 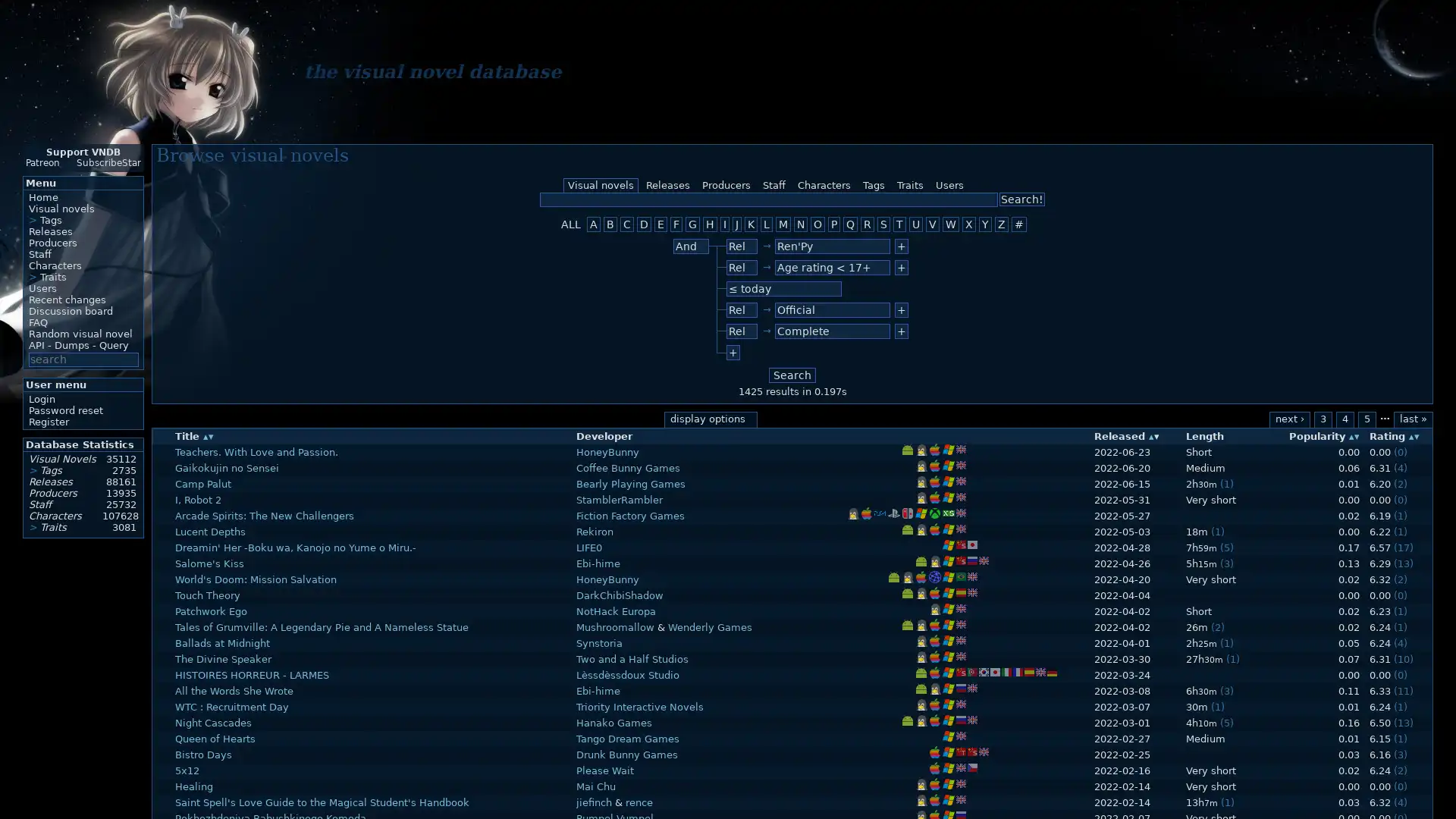 What do you see at coordinates (792, 375) in the screenshot?
I see `Search` at bounding box center [792, 375].